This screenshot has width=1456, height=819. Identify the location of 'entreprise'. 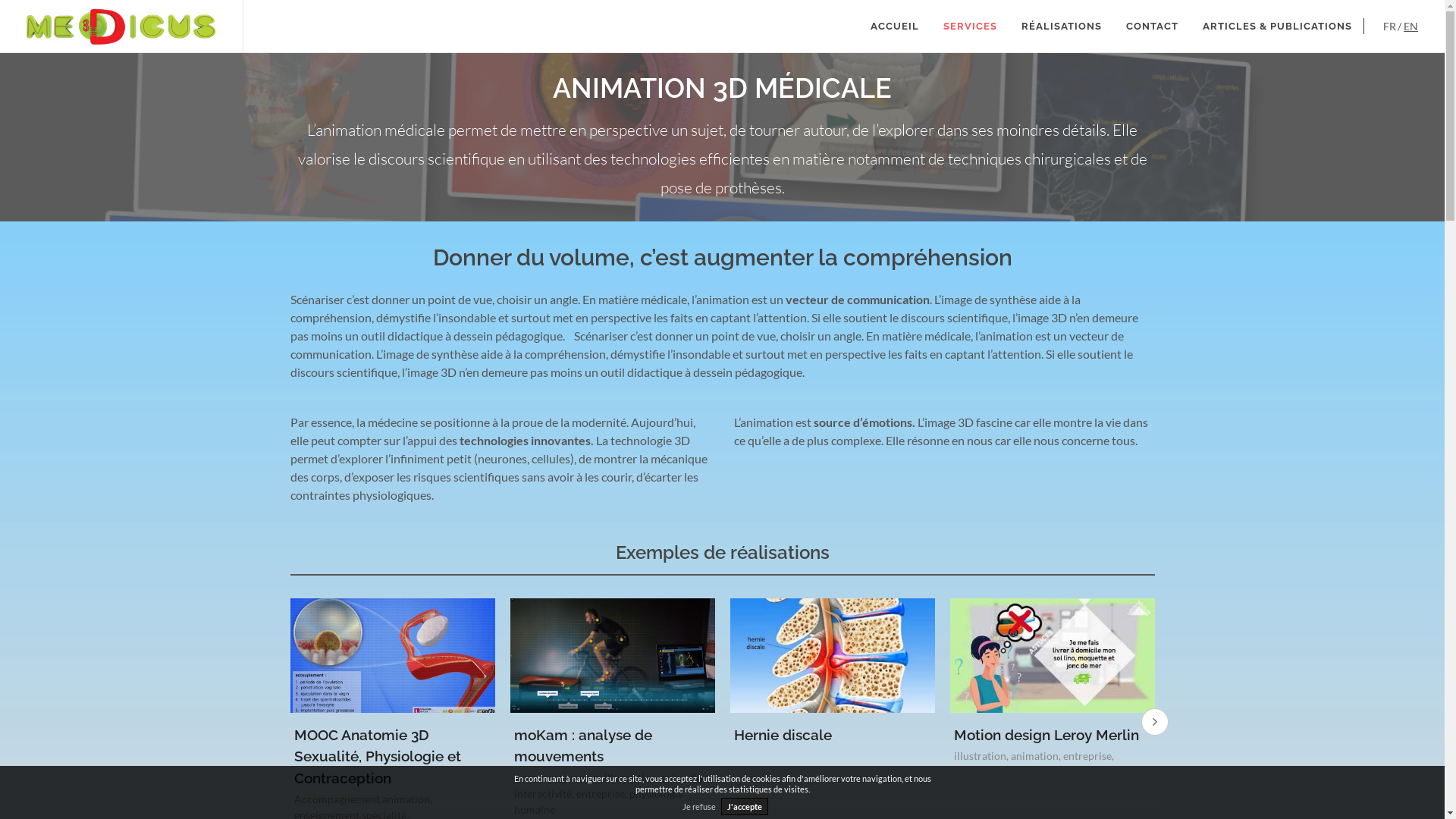
(1087, 755).